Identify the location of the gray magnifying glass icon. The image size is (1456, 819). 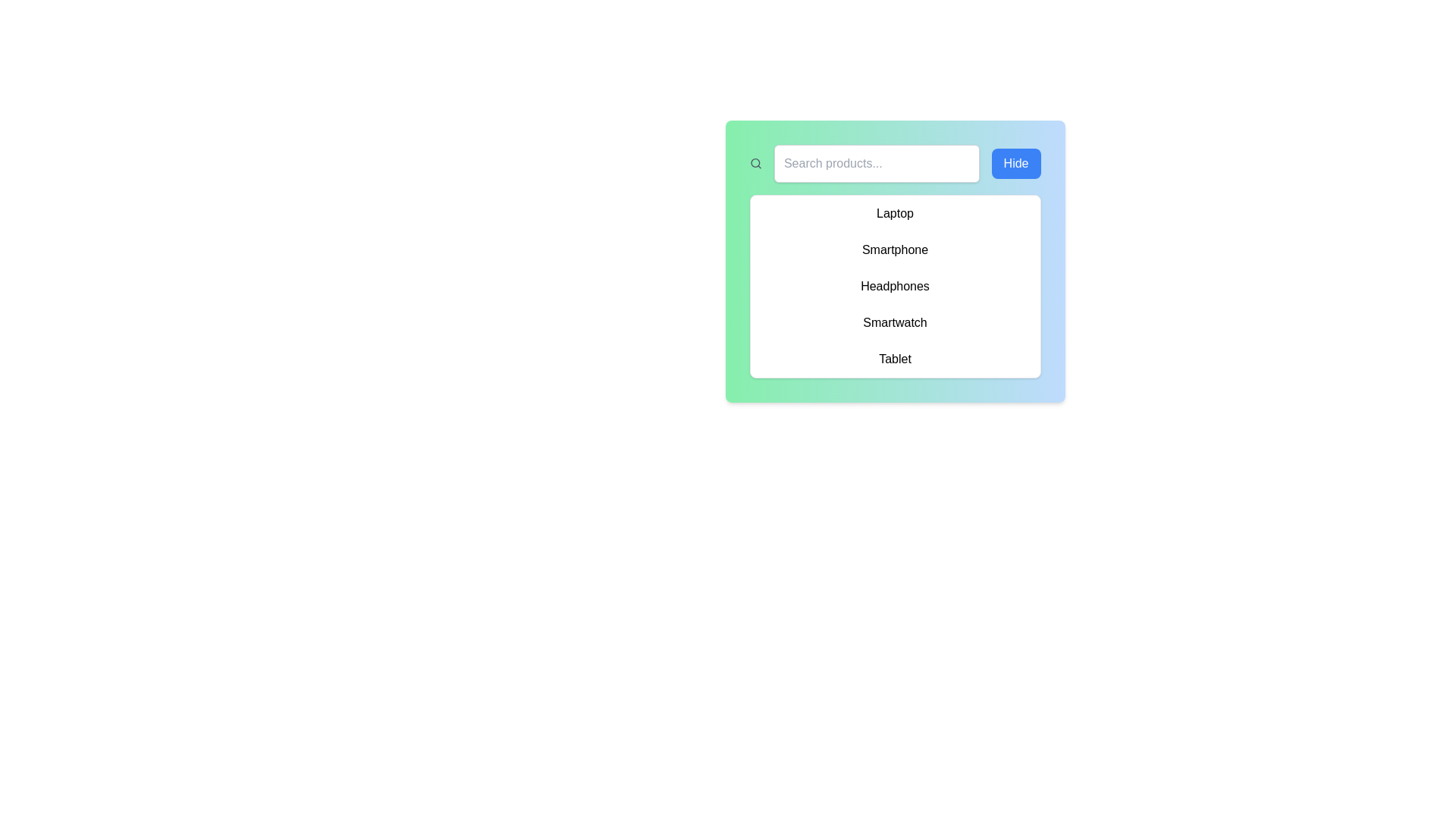
(755, 164).